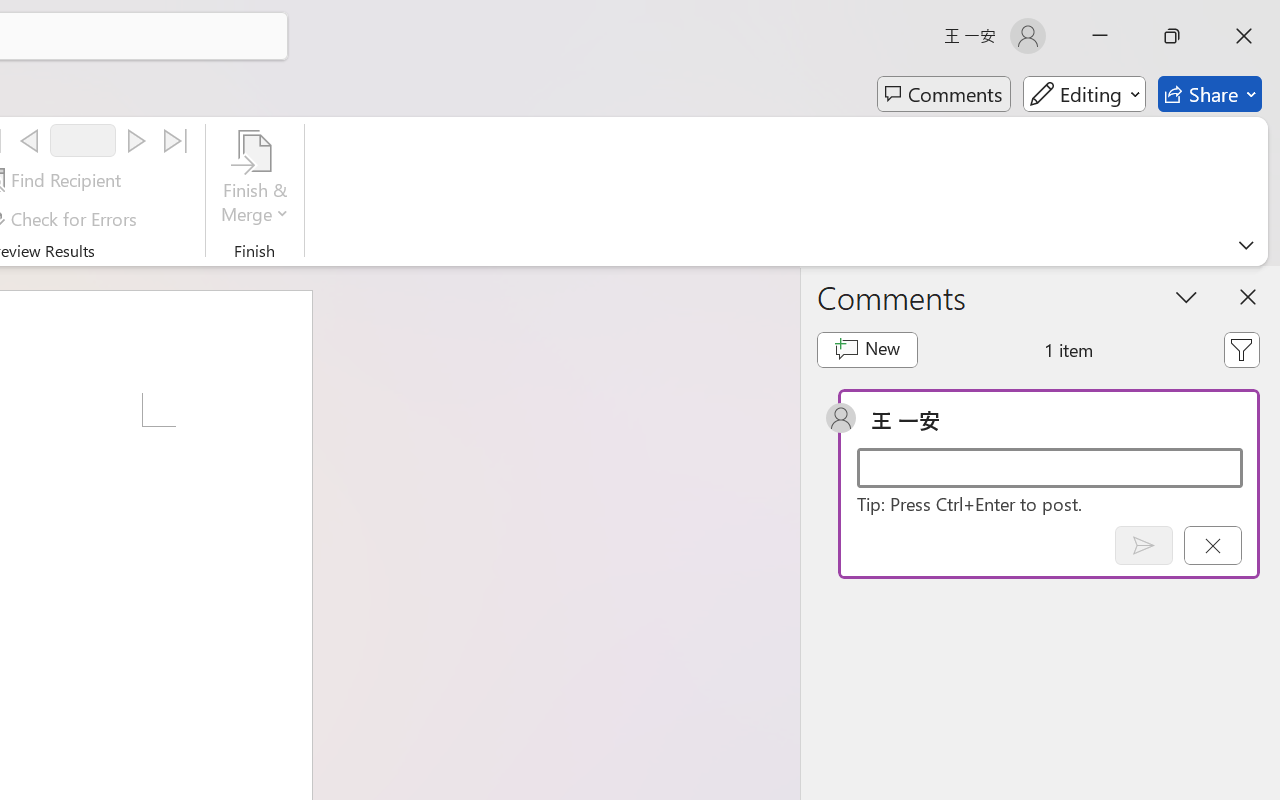 The width and height of the screenshot is (1280, 800). I want to click on 'Post comment (Ctrl + Enter)', so click(1143, 545).